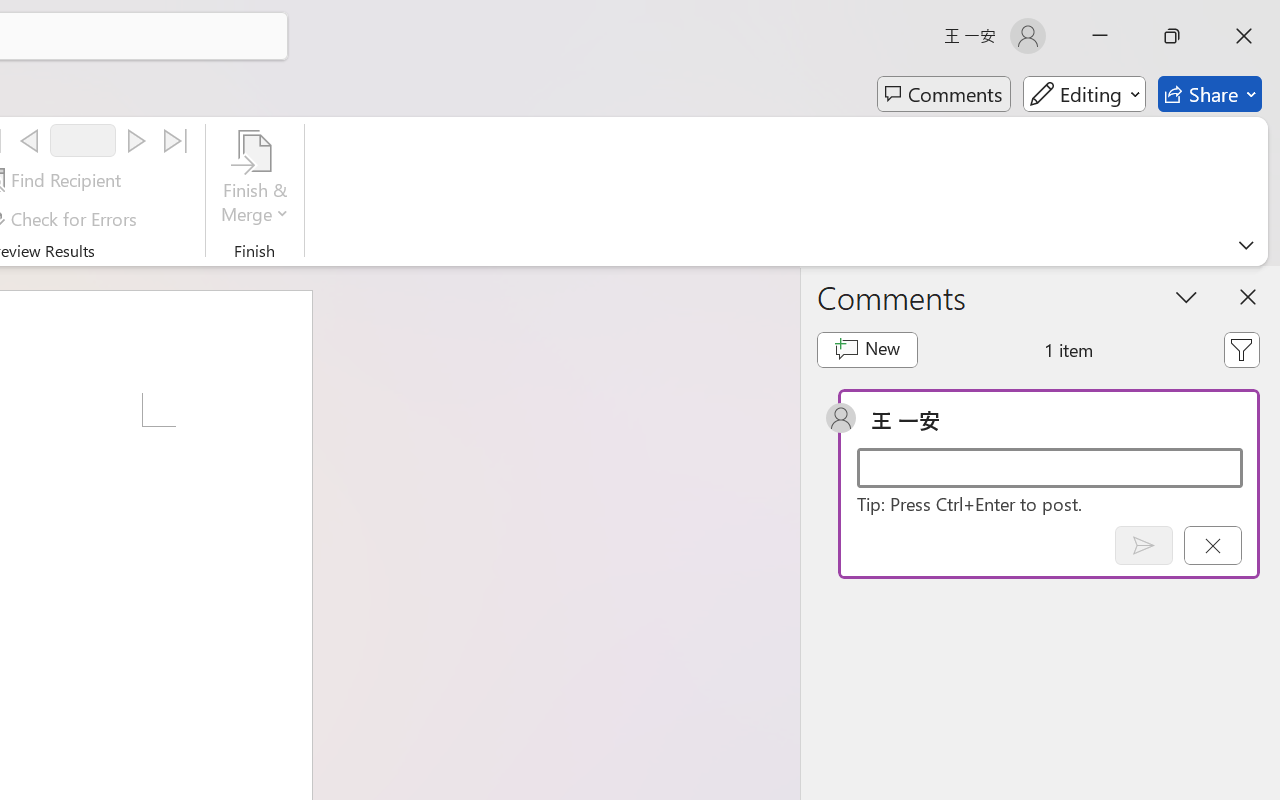 The width and height of the screenshot is (1280, 800). I want to click on 'Post comment (Ctrl + Enter)', so click(1143, 545).